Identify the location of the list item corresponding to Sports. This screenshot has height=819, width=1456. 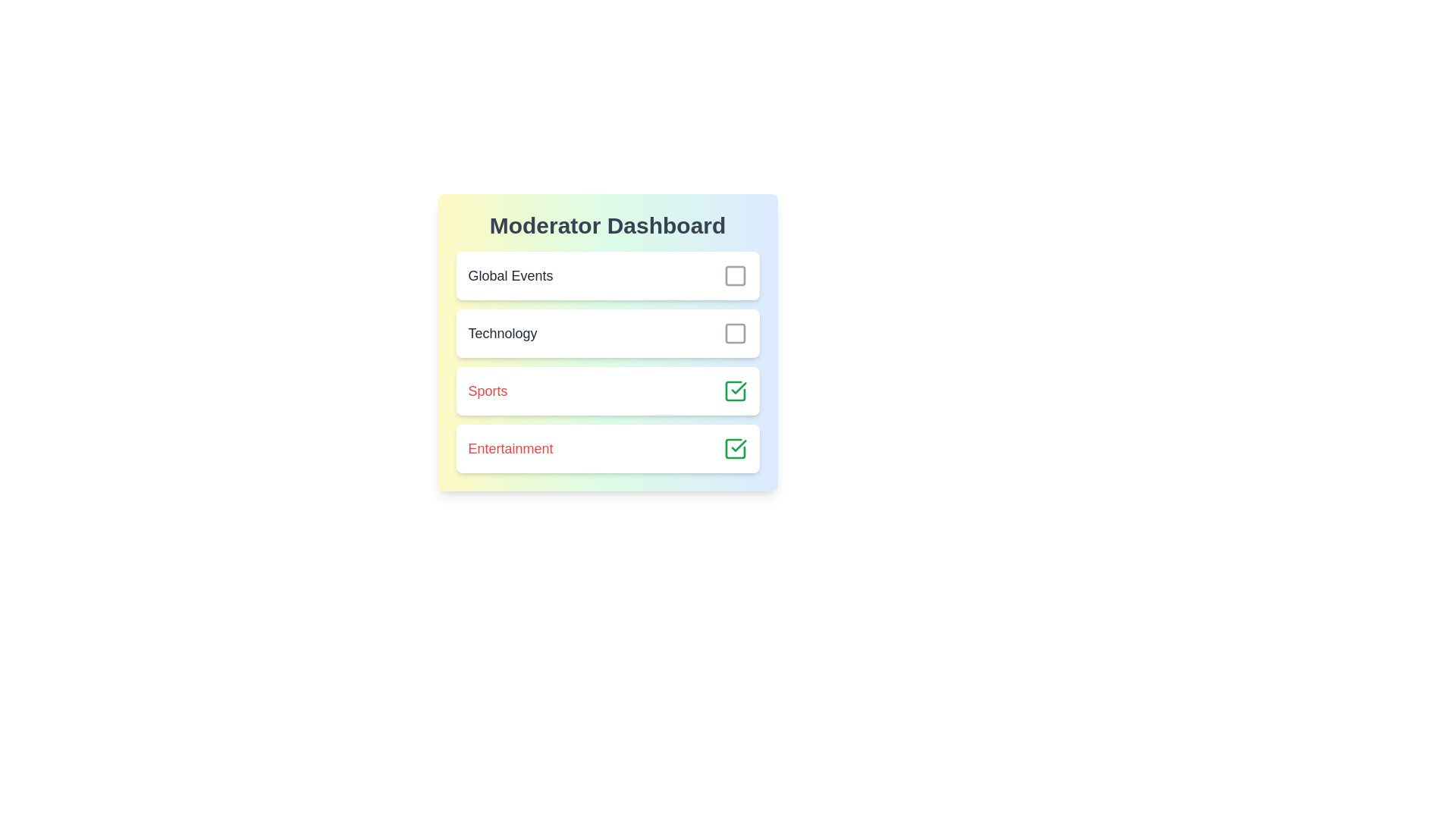
(607, 391).